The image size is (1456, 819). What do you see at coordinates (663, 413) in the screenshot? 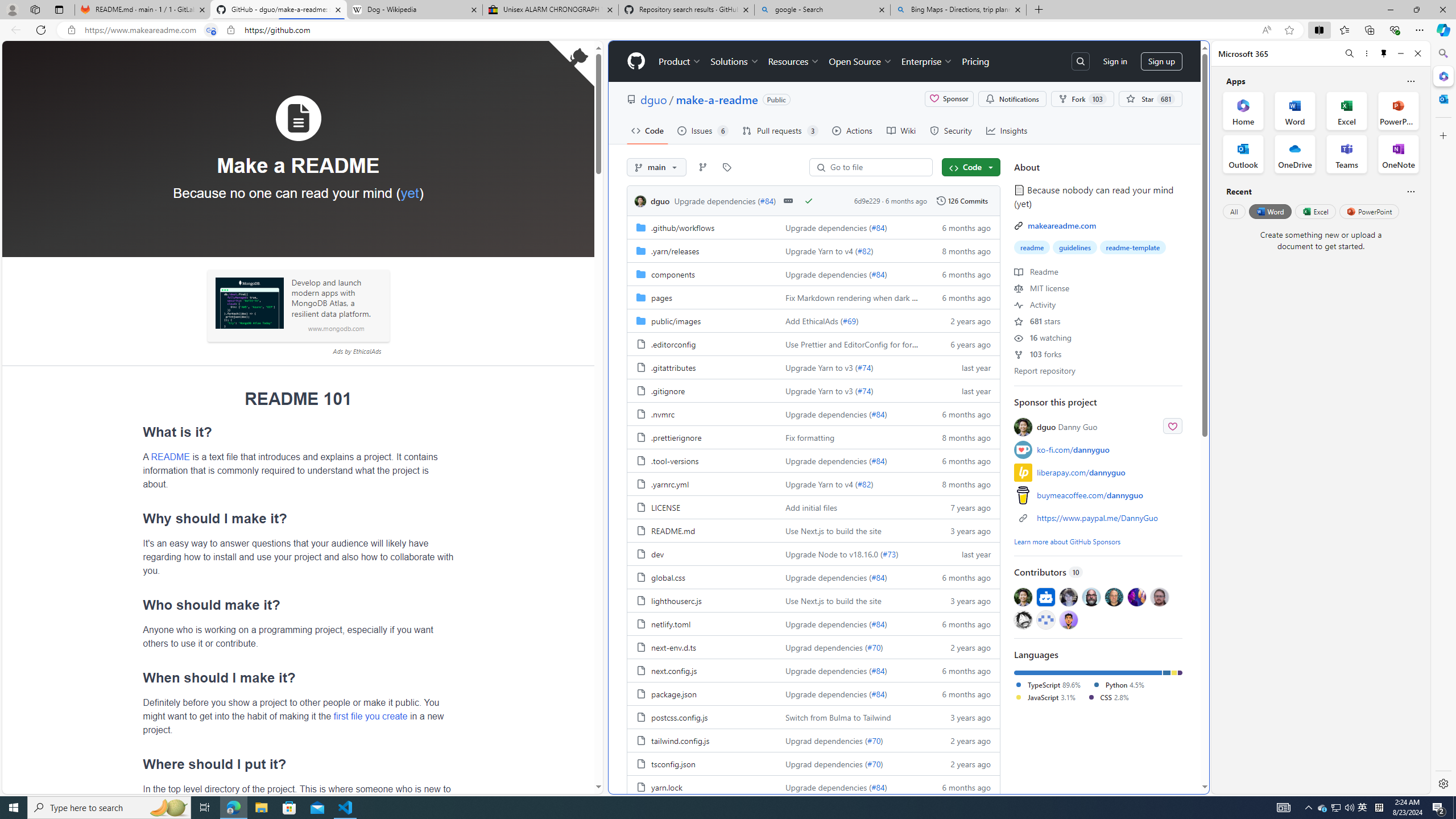
I see `'.nvmrc, (File)'` at bounding box center [663, 413].